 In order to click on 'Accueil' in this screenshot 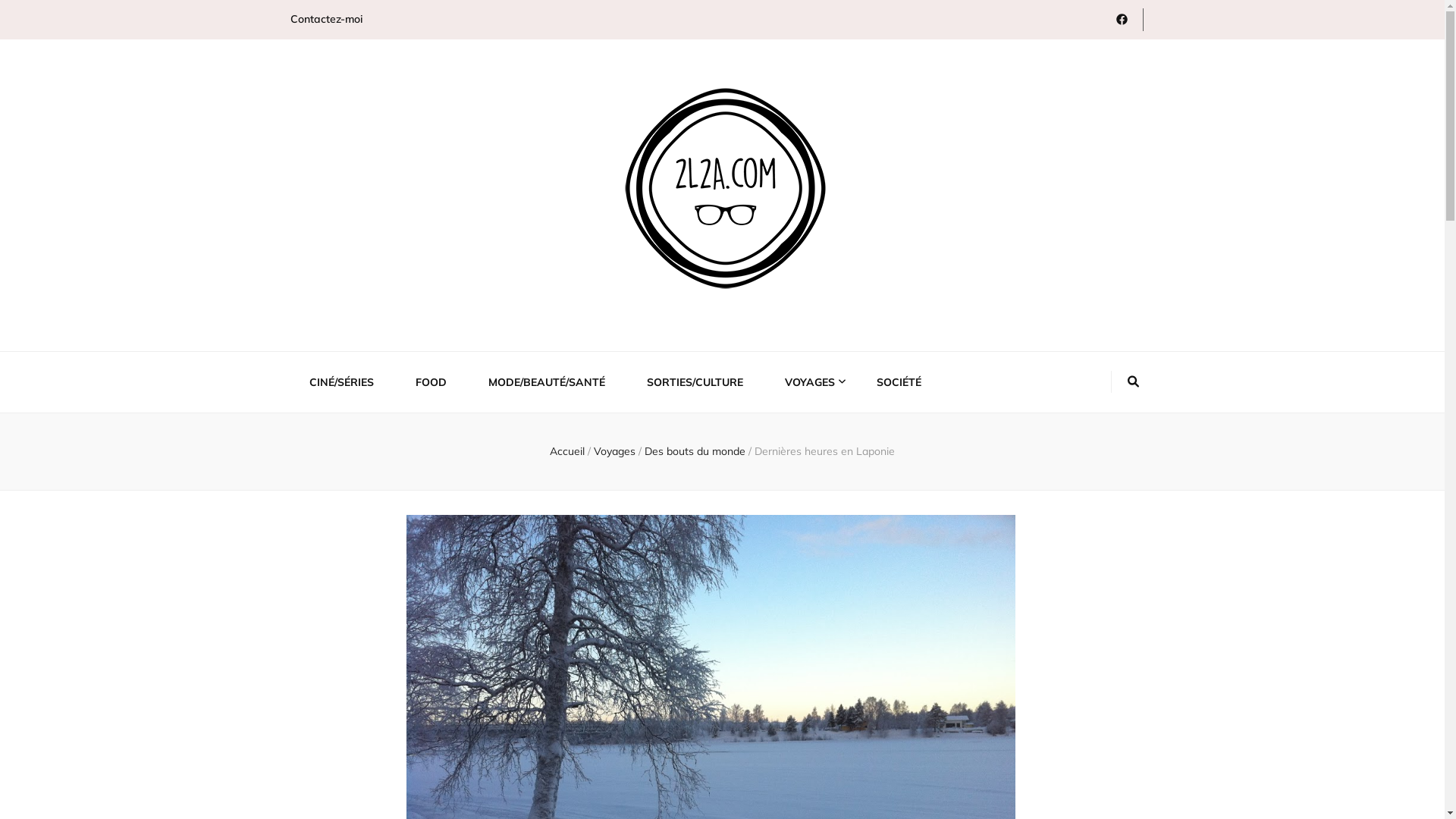, I will do `click(566, 450)`.